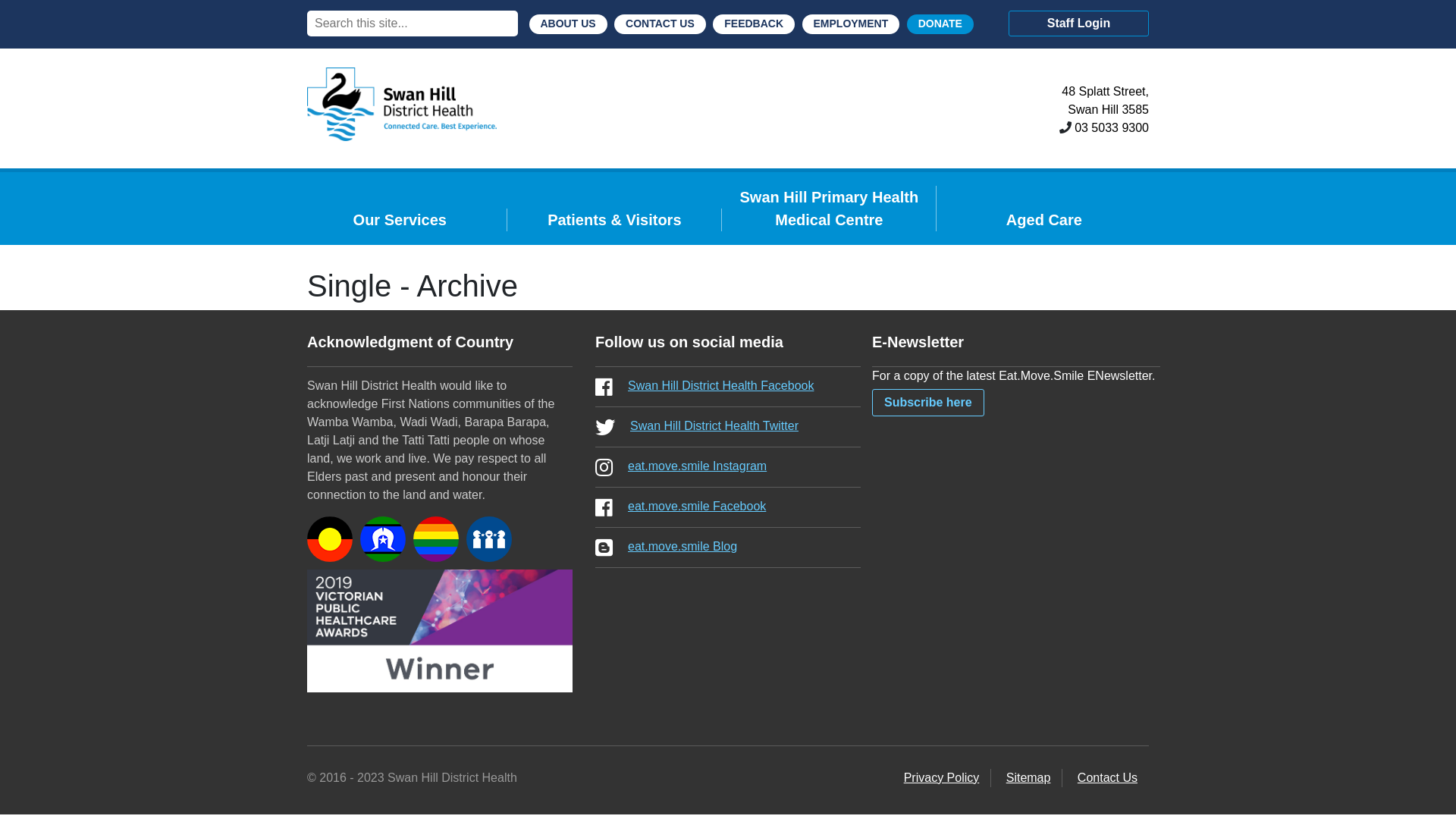  I want to click on 'EMPLOYMENT', so click(801, 24).